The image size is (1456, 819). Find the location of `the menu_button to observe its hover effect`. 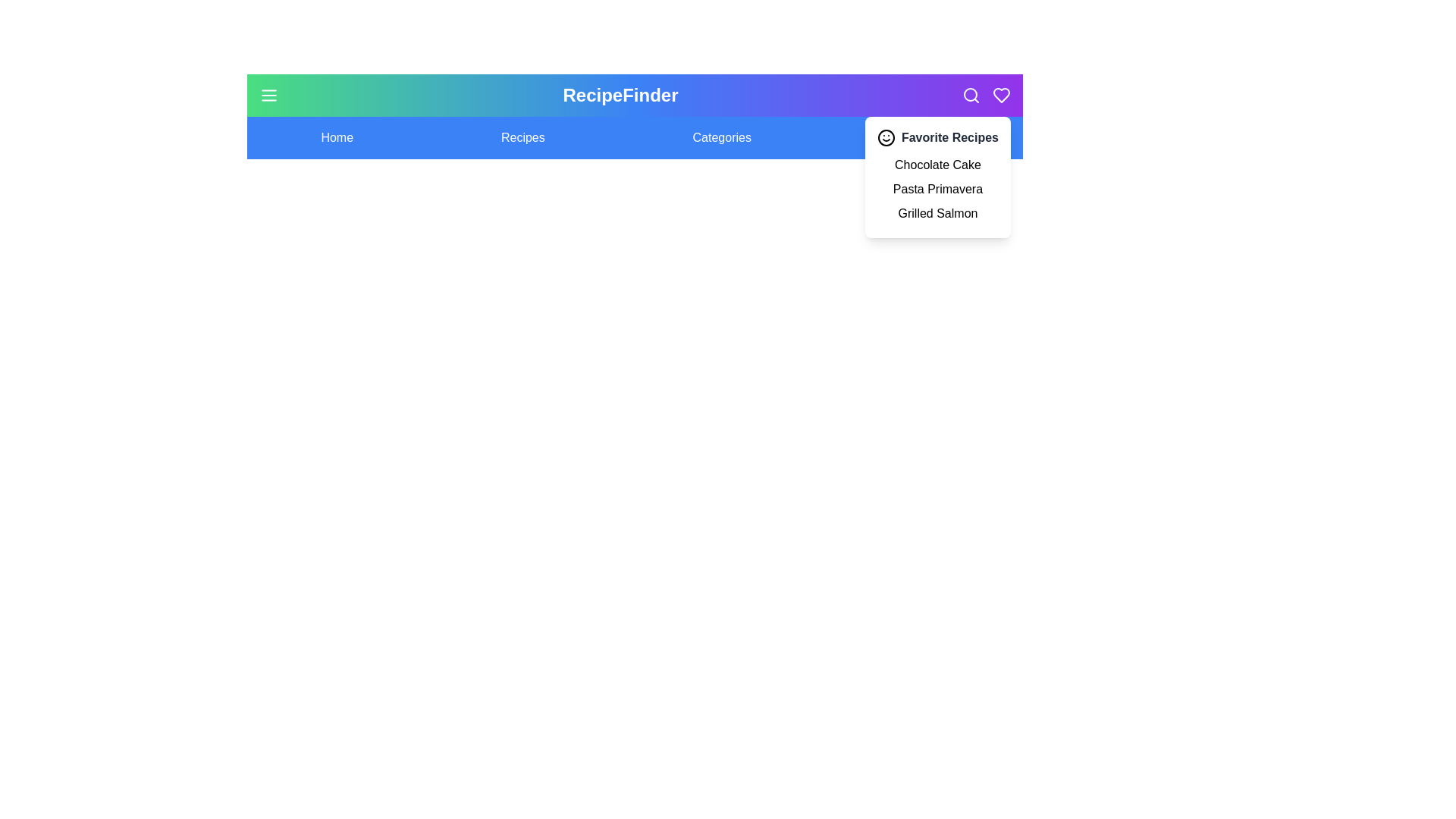

the menu_button to observe its hover effect is located at coordinates (269, 96).